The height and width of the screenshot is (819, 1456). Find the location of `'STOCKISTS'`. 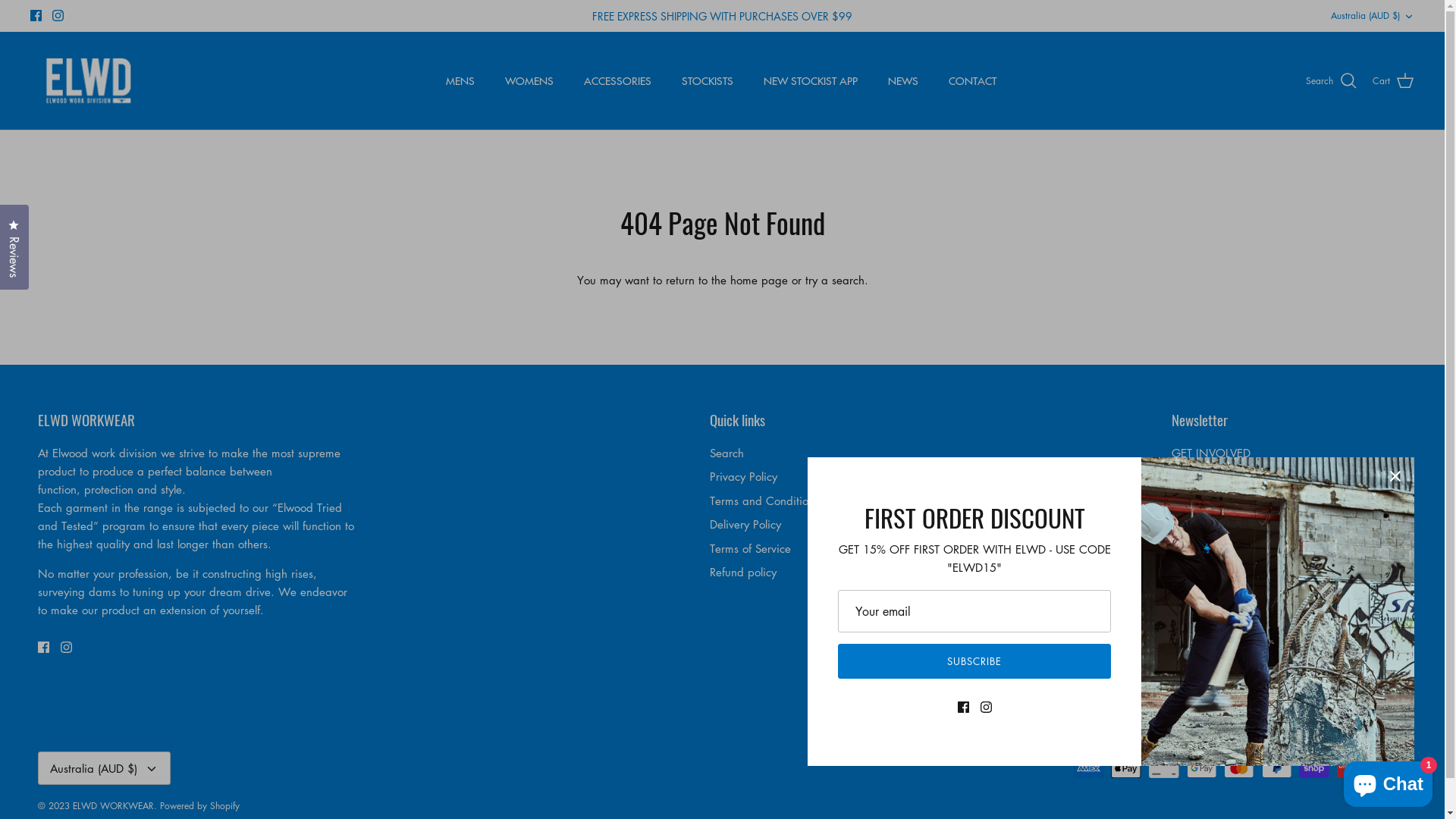

'STOCKISTS' is located at coordinates (706, 80).